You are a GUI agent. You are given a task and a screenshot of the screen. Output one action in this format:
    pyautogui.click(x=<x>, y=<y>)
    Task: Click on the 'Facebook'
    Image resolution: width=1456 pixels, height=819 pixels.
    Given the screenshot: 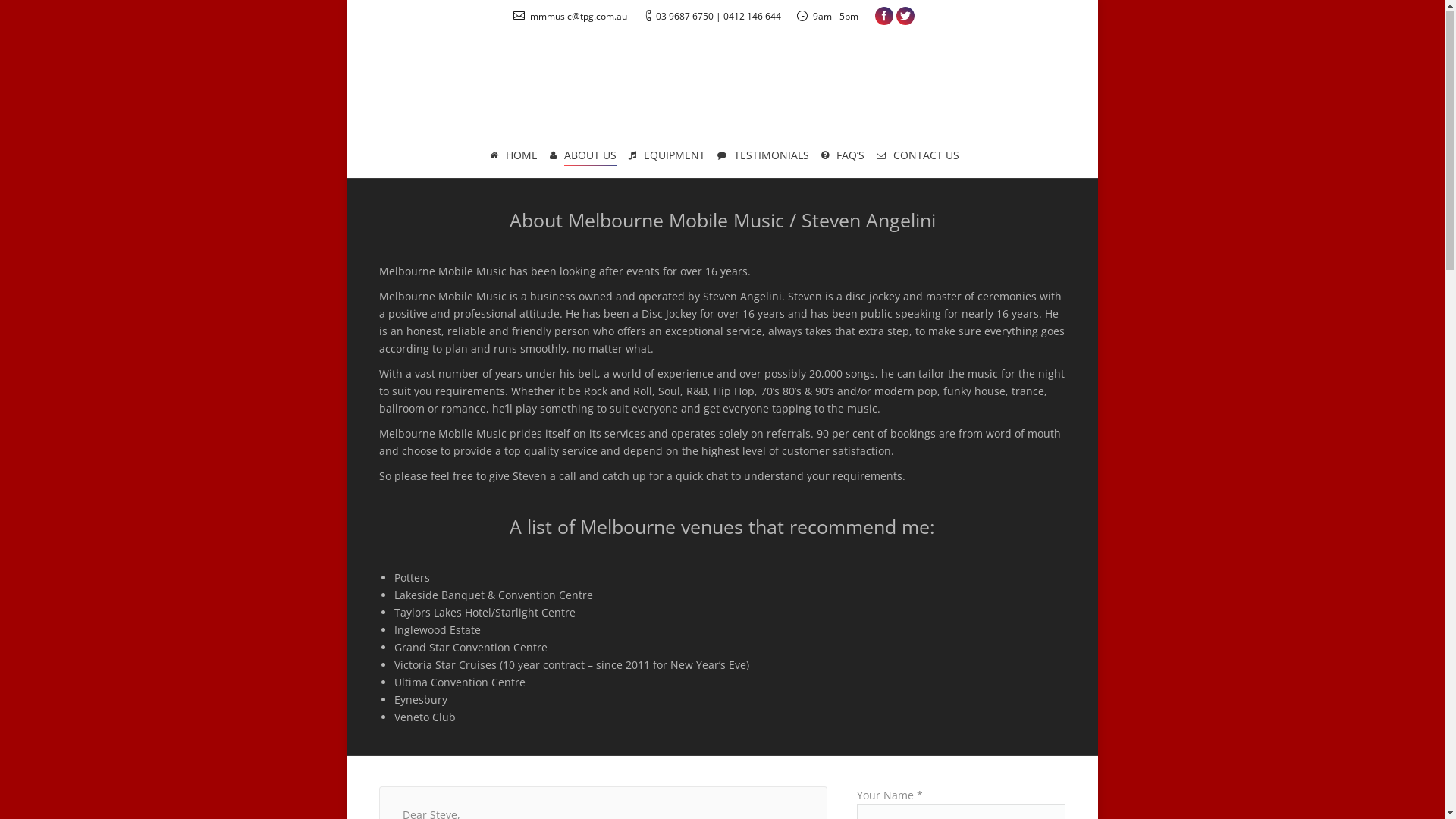 What is the action you would take?
    pyautogui.click(x=884, y=17)
    